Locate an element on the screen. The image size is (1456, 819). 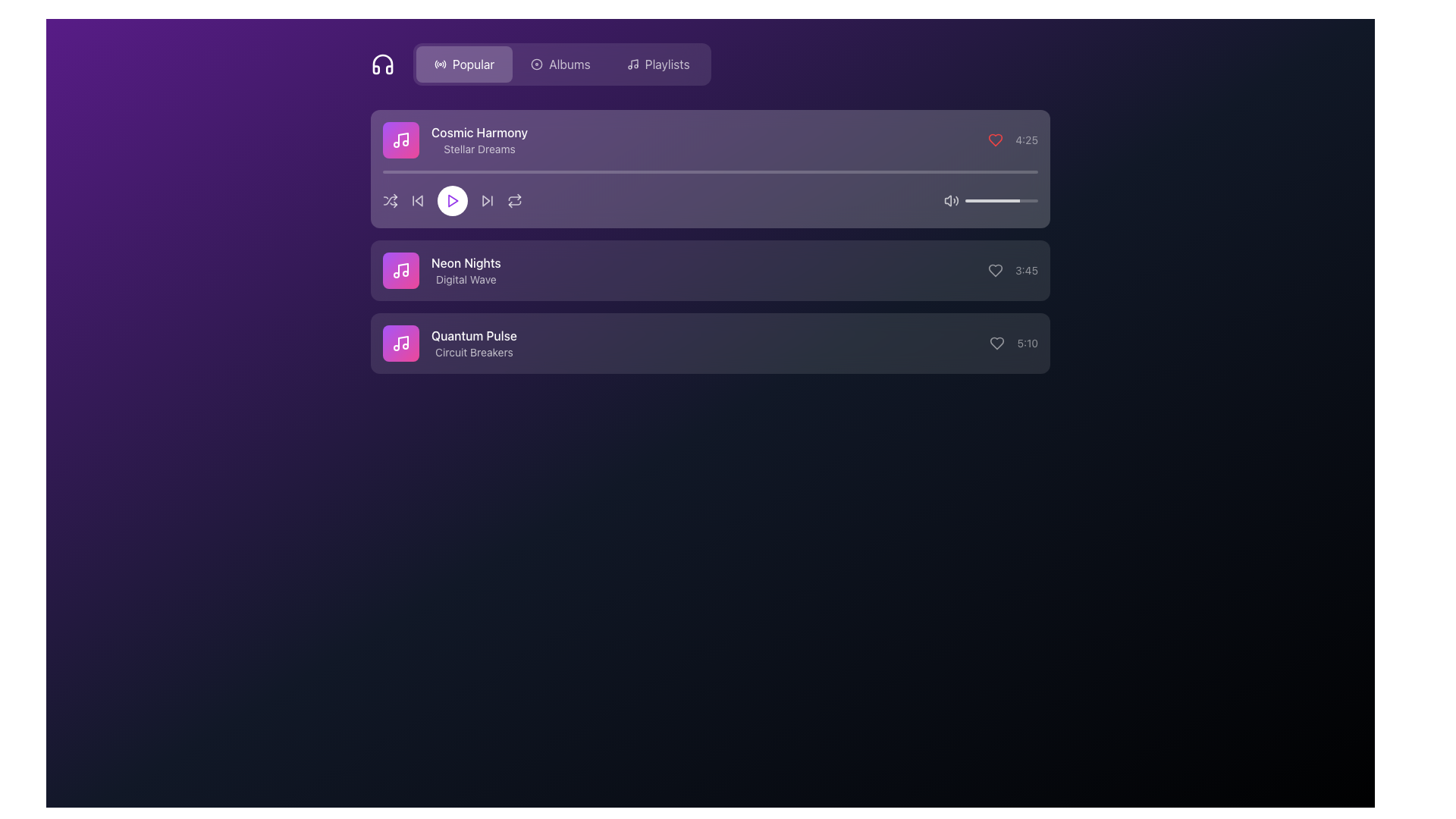
the Decorative SVG Circle that visually represents a music-related icon, located in the top-left corner adjacent to the 'Popular' button is located at coordinates (537, 63).